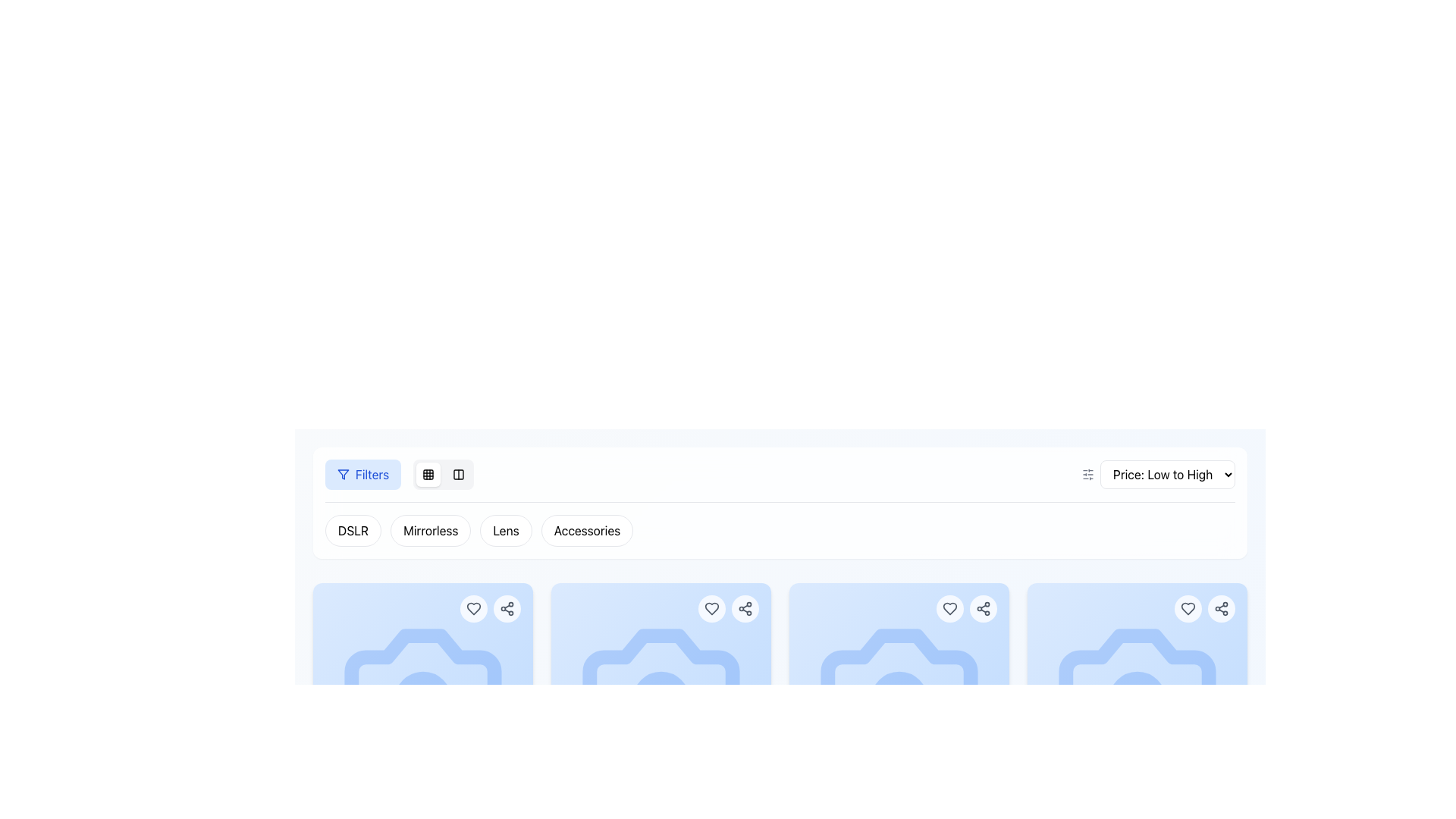  What do you see at coordinates (745, 607) in the screenshot?
I see `the share icon button located in the top-right corner of the product card` at bounding box center [745, 607].